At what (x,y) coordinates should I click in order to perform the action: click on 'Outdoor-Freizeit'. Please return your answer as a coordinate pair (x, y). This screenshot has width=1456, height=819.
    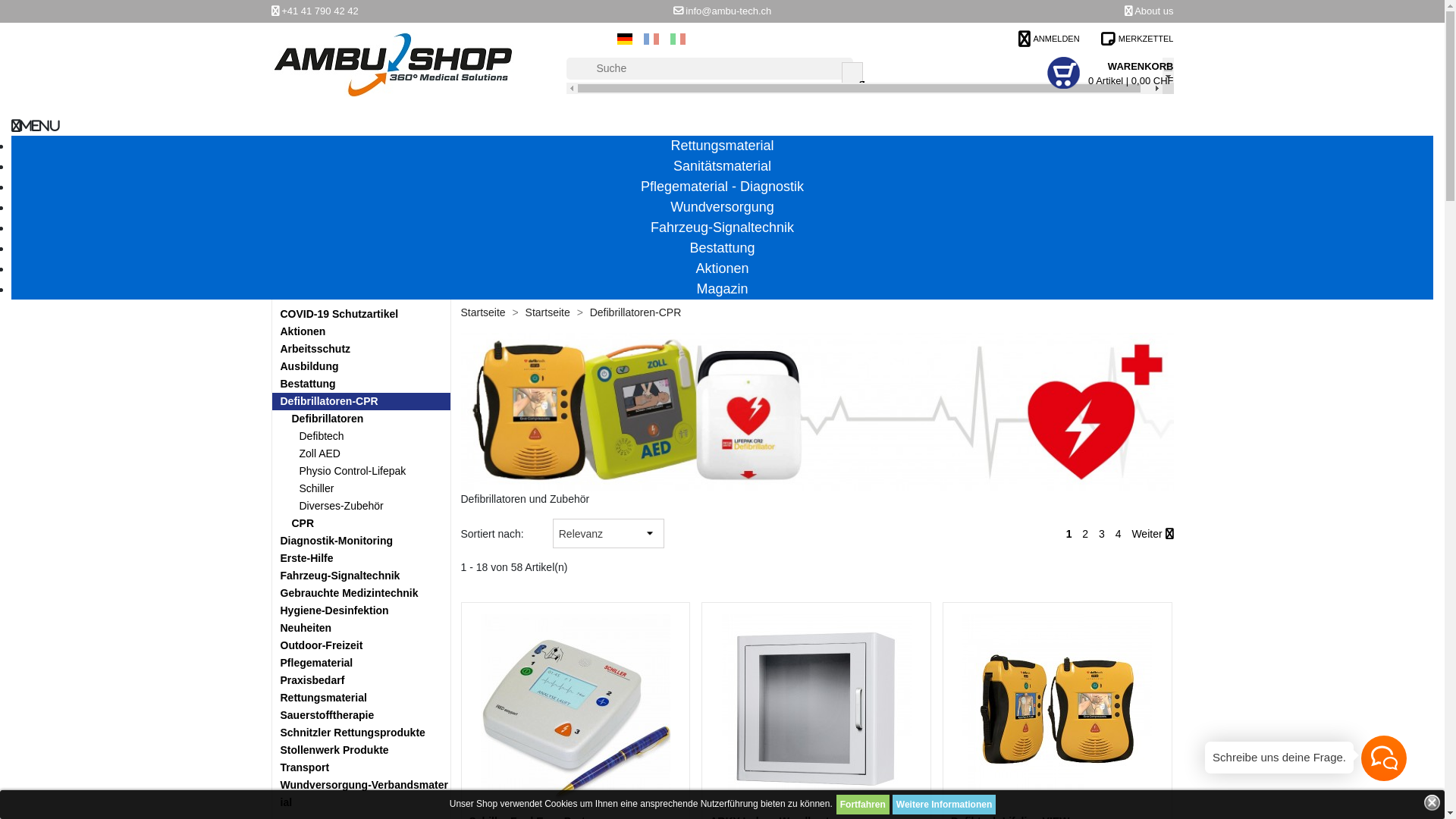
    Looking at the image, I should click on (359, 645).